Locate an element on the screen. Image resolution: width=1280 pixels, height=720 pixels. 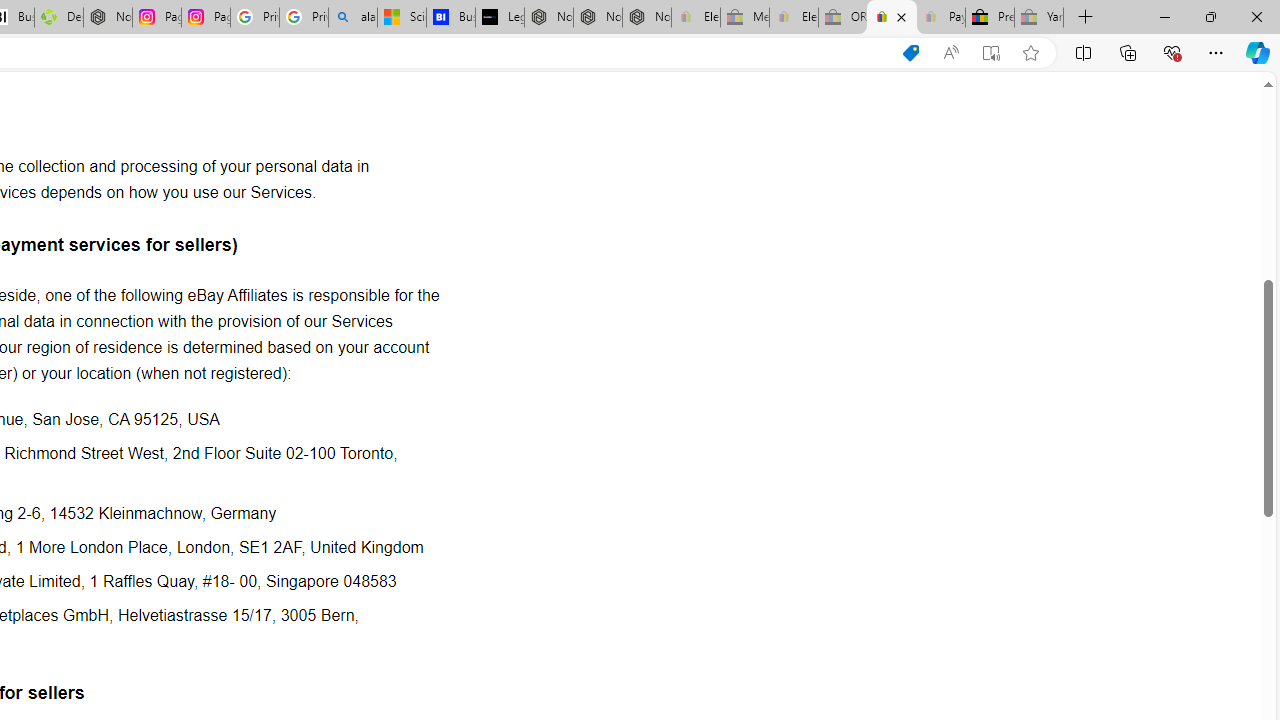
'Payments Terms of Use | eBay.com - Sleeping' is located at coordinates (939, 17).